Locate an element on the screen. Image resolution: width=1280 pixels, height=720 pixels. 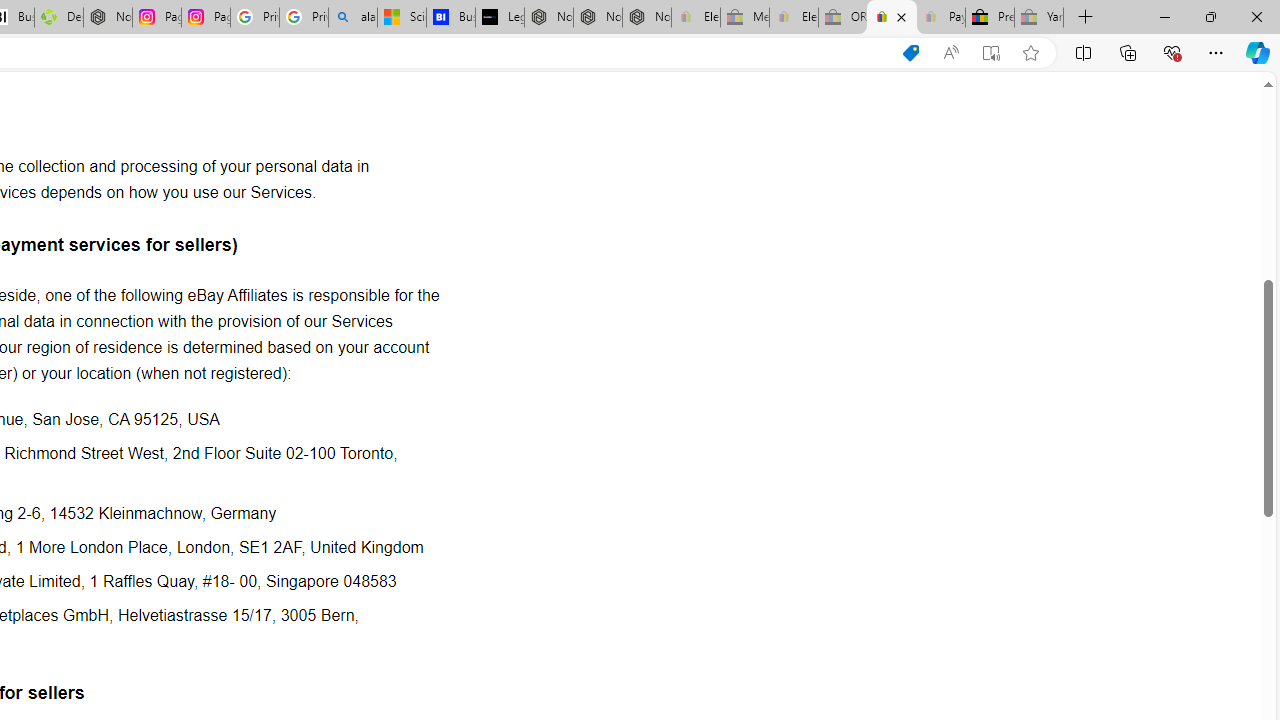
'Payments Terms of Use | eBay.com - Sleeping' is located at coordinates (939, 17).